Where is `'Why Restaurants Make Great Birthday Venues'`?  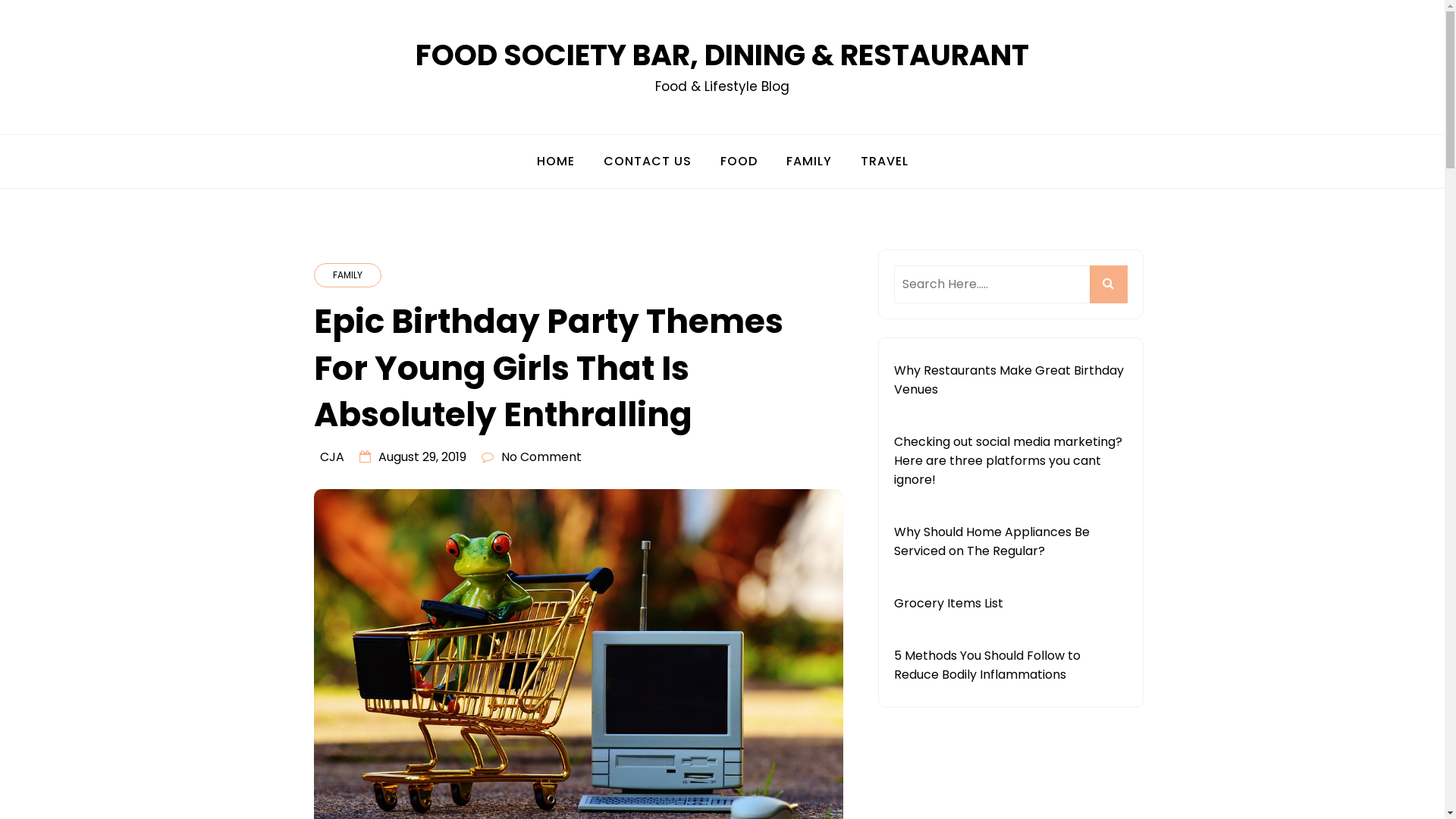 'Why Restaurants Make Great Birthday Venues' is located at coordinates (1008, 379).